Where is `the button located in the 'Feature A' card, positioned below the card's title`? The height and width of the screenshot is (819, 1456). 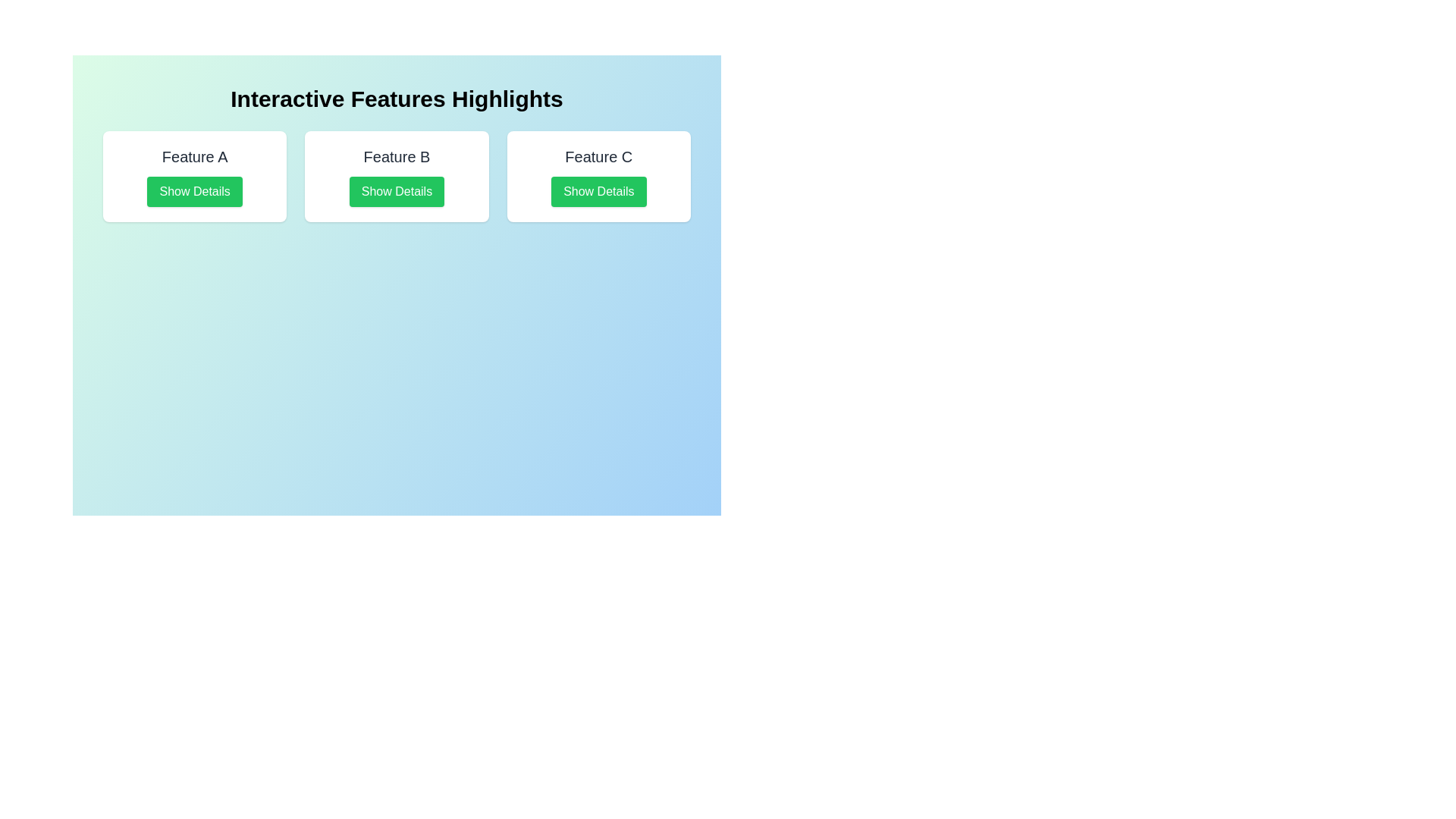
the button located in the 'Feature A' card, positioned below the card's title is located at coordinates (194, 191).